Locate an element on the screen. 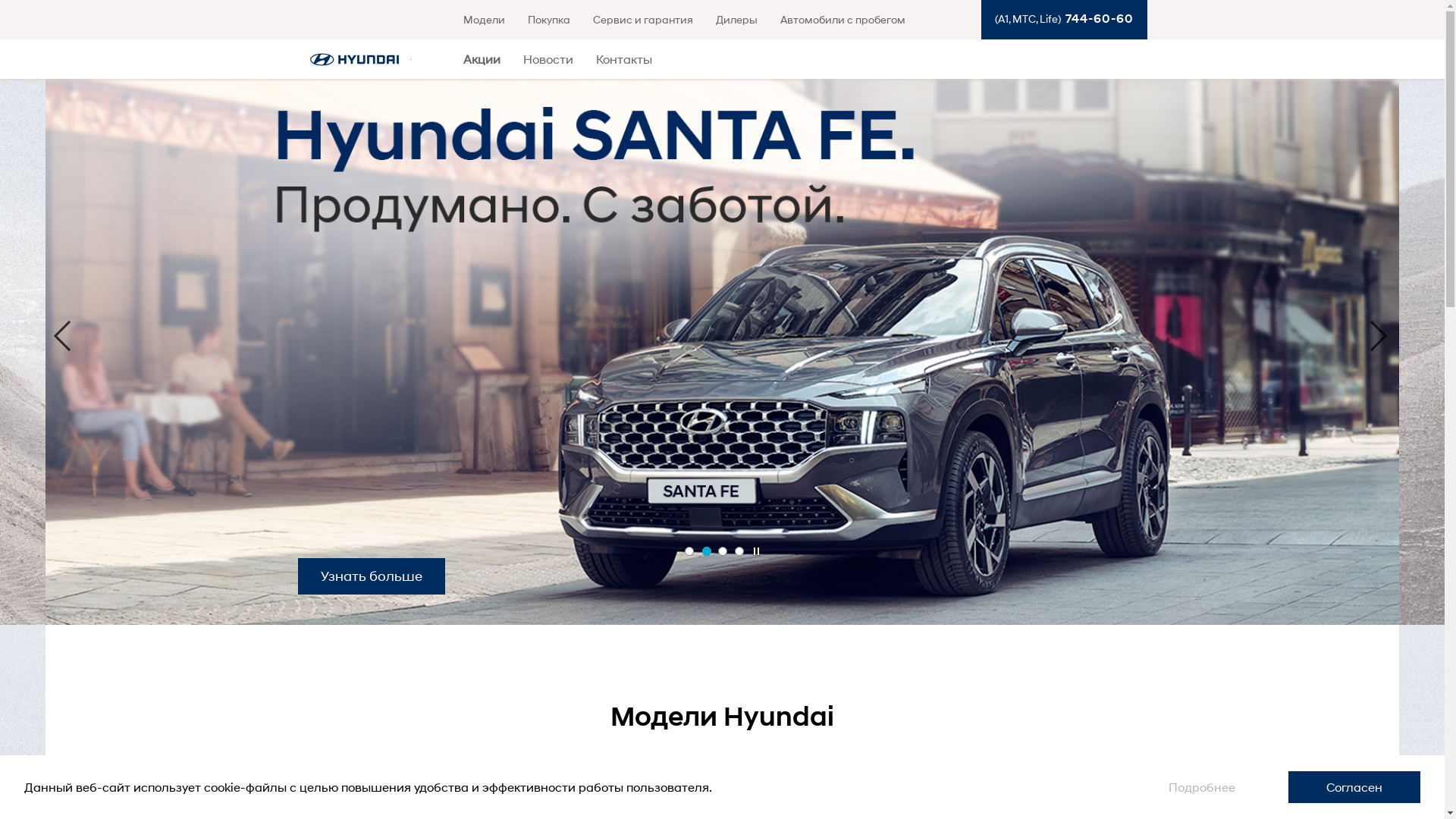 This screenshot has width=1456, height=819. 'Previous' is located at coordinates (61, 335).